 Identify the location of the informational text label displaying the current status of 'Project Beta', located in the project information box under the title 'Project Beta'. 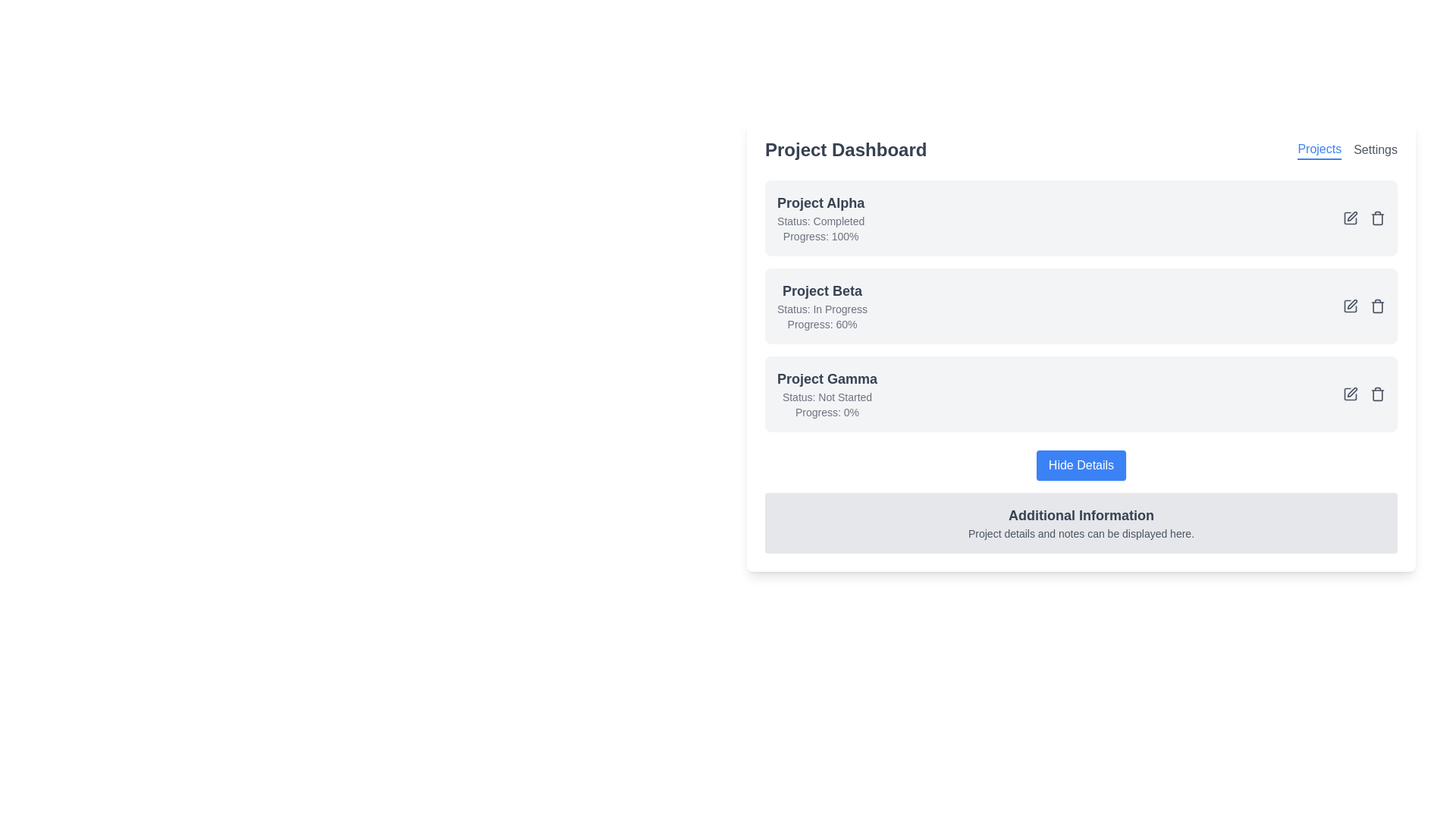
(821, 309).